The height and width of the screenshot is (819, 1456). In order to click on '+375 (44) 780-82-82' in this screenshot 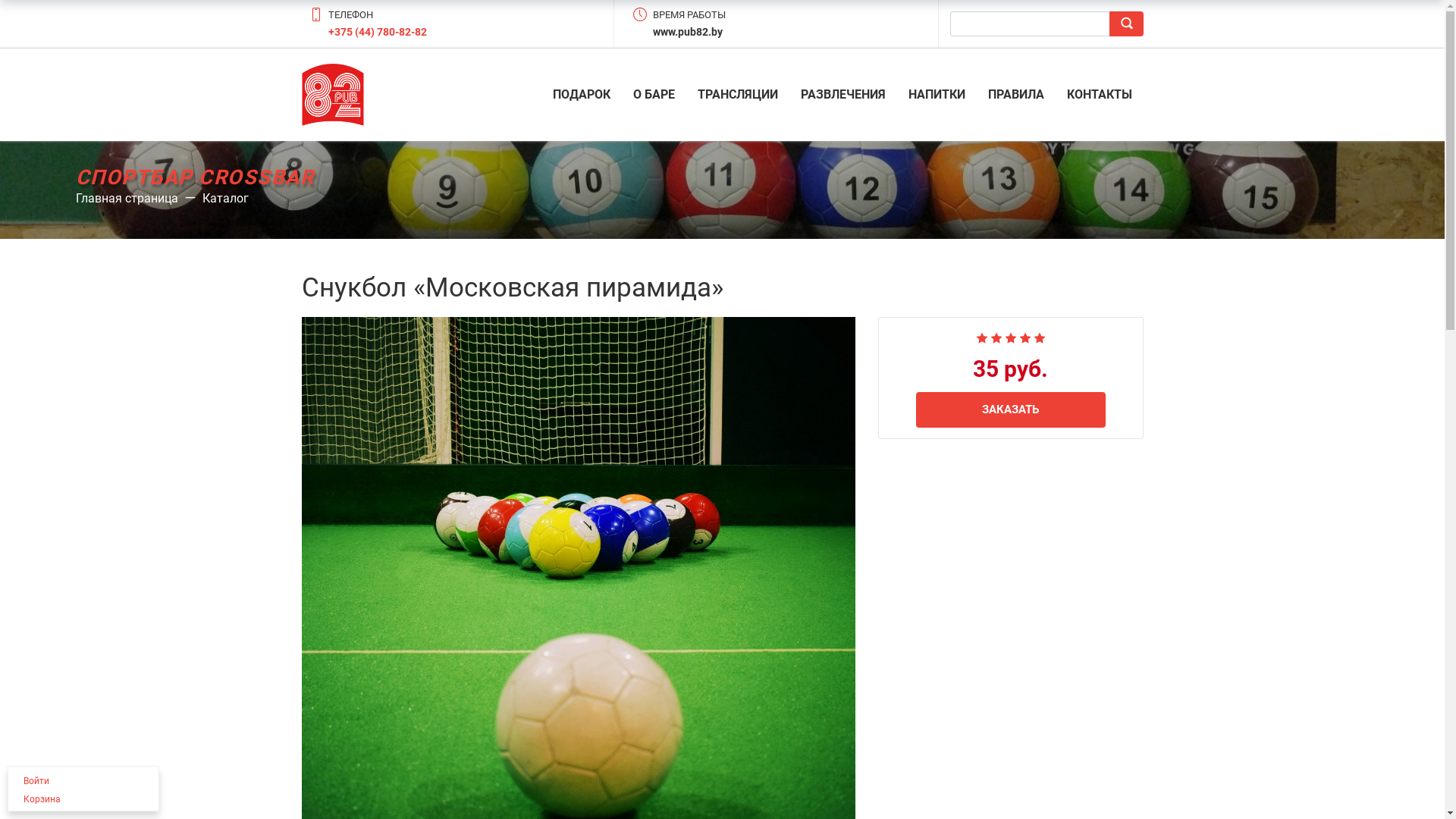, I will do `click(378, 32)`.